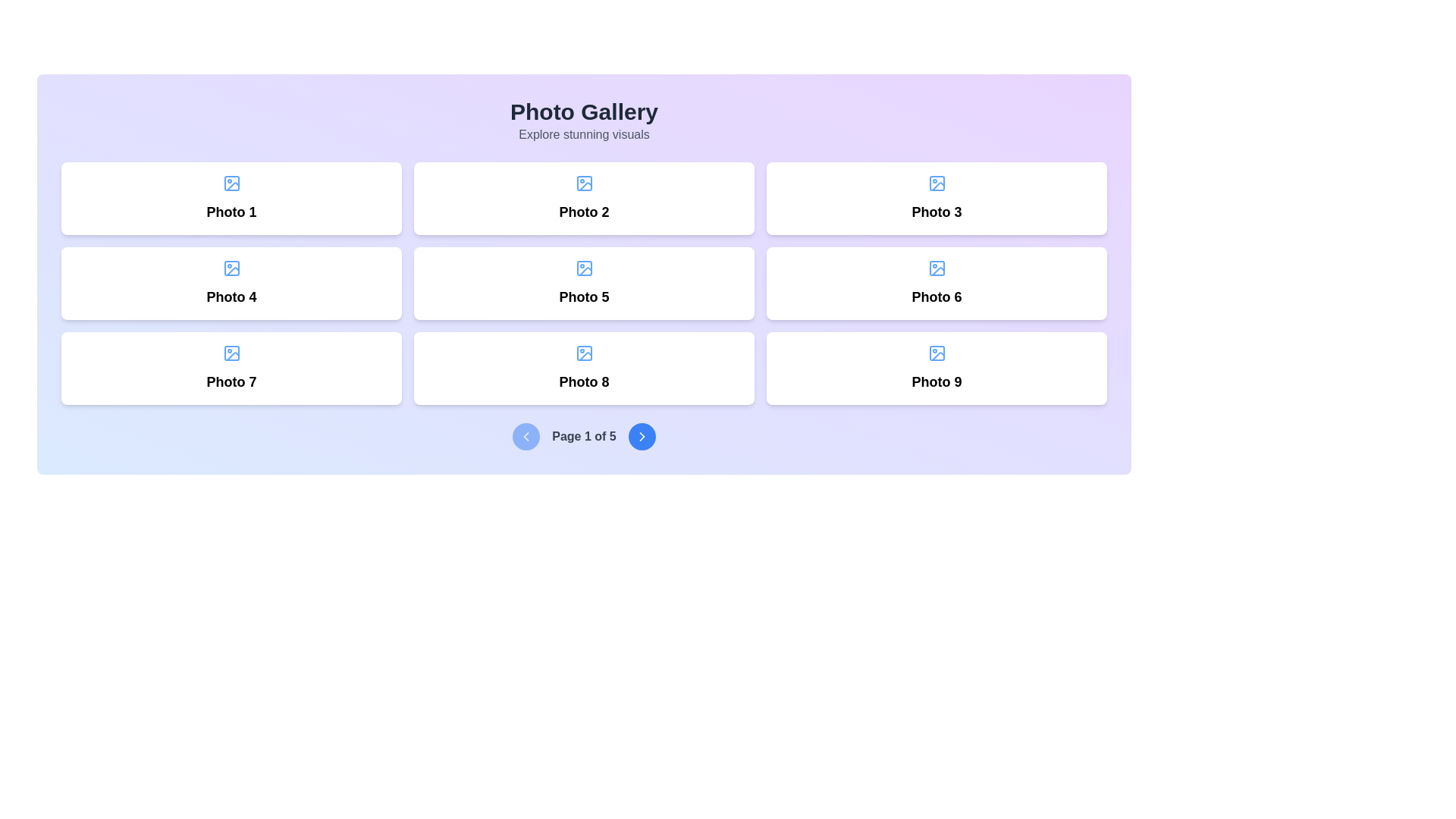  I want to click on the 'Photo 7' card located in the bottom left position of the grid, so click(231, 369).